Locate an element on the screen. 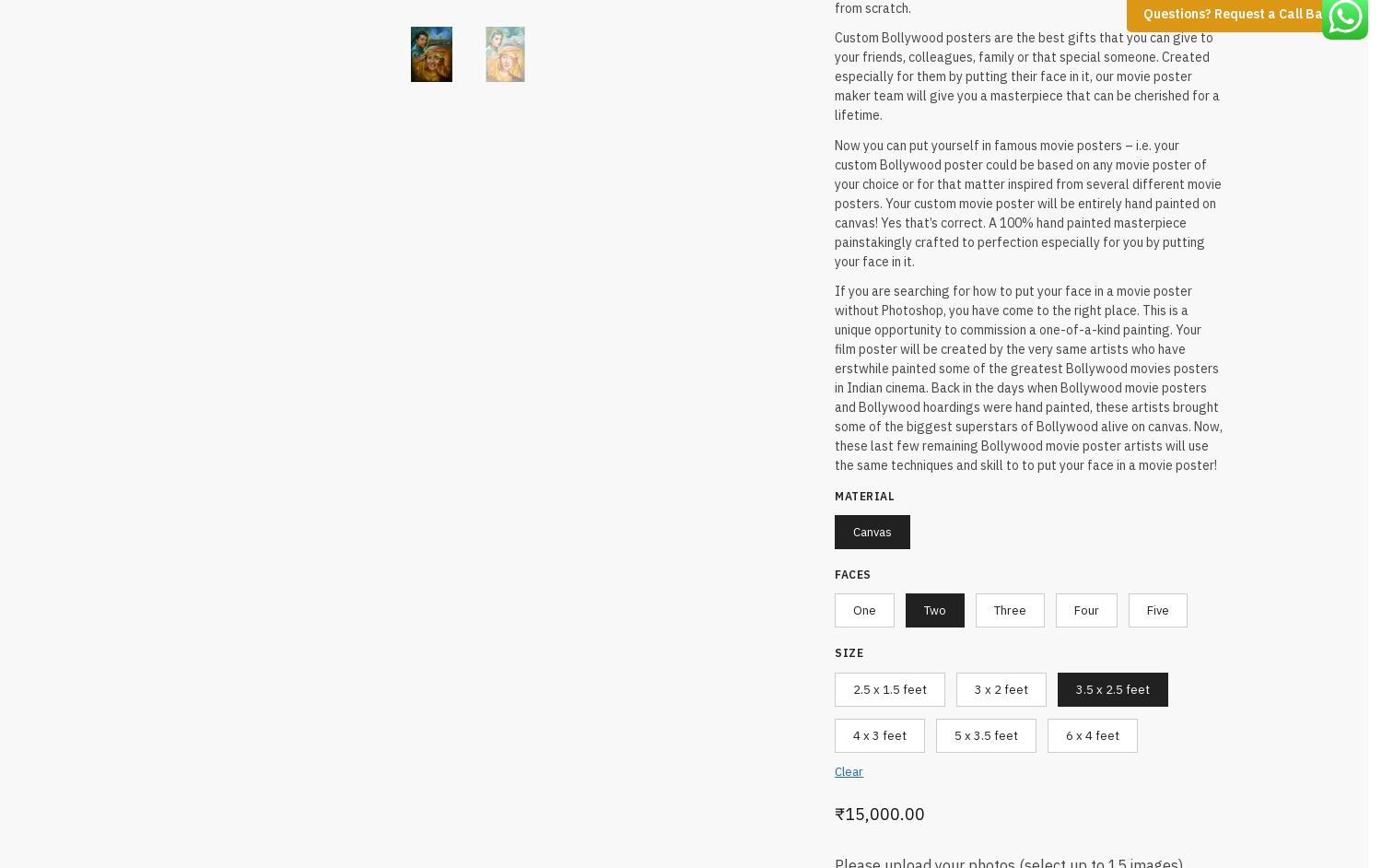 This screenshot has width=1382, height=868. 'Canvas' is located at coordinates (871, 528).